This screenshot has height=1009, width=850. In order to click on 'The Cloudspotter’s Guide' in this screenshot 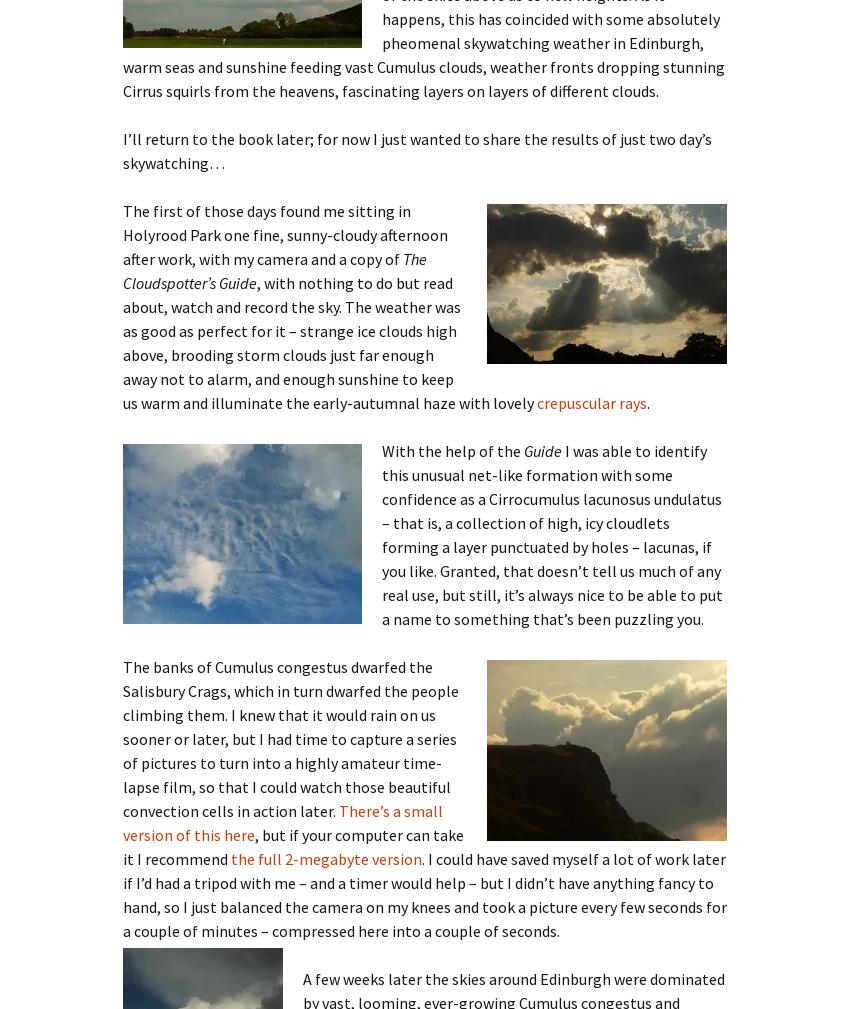, I will do `click(273, 269)`.